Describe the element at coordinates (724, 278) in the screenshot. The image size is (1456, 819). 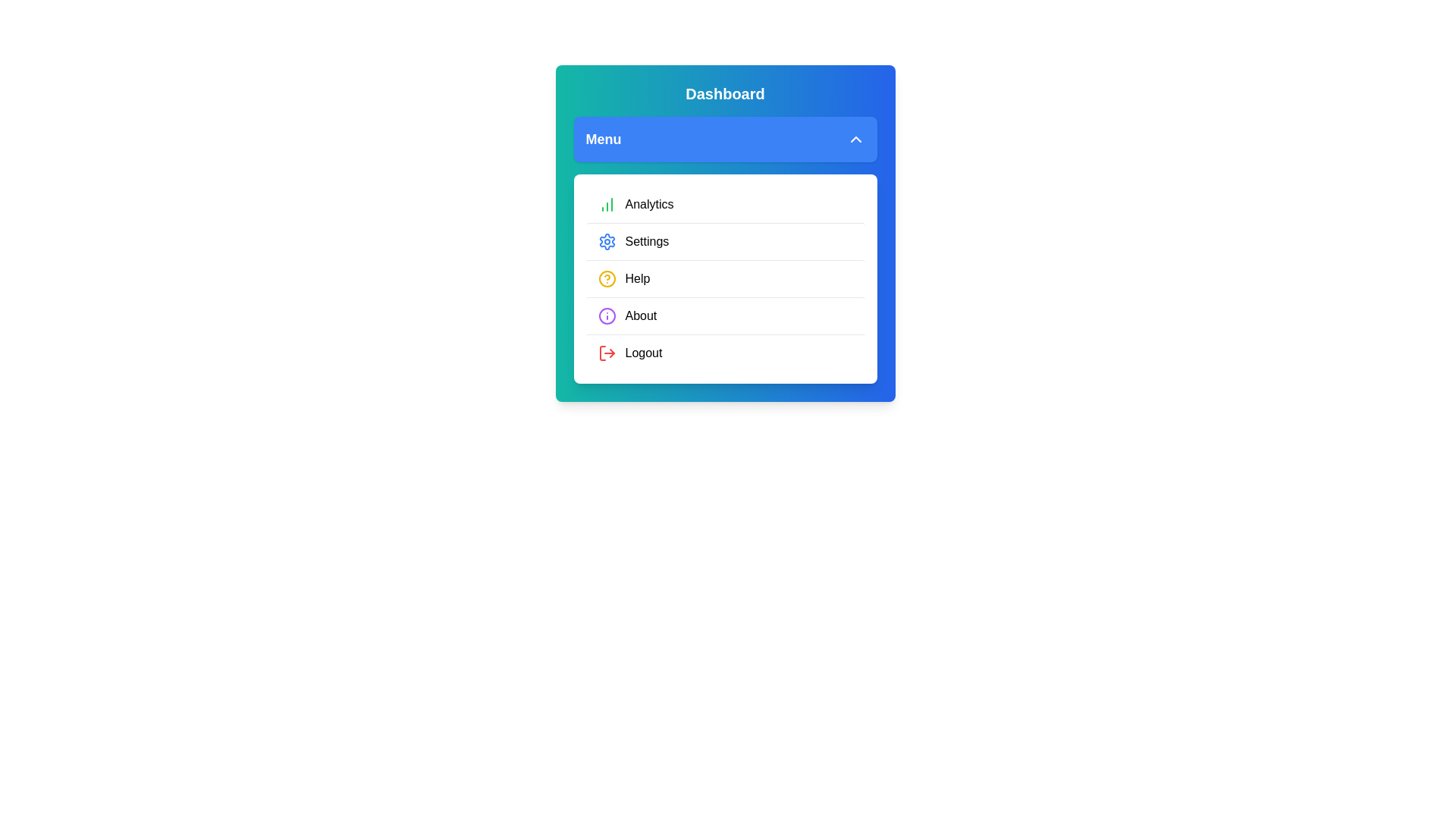
I see `the third menu item in the vertical list, located between 'Settings' and 'About'` at that location.